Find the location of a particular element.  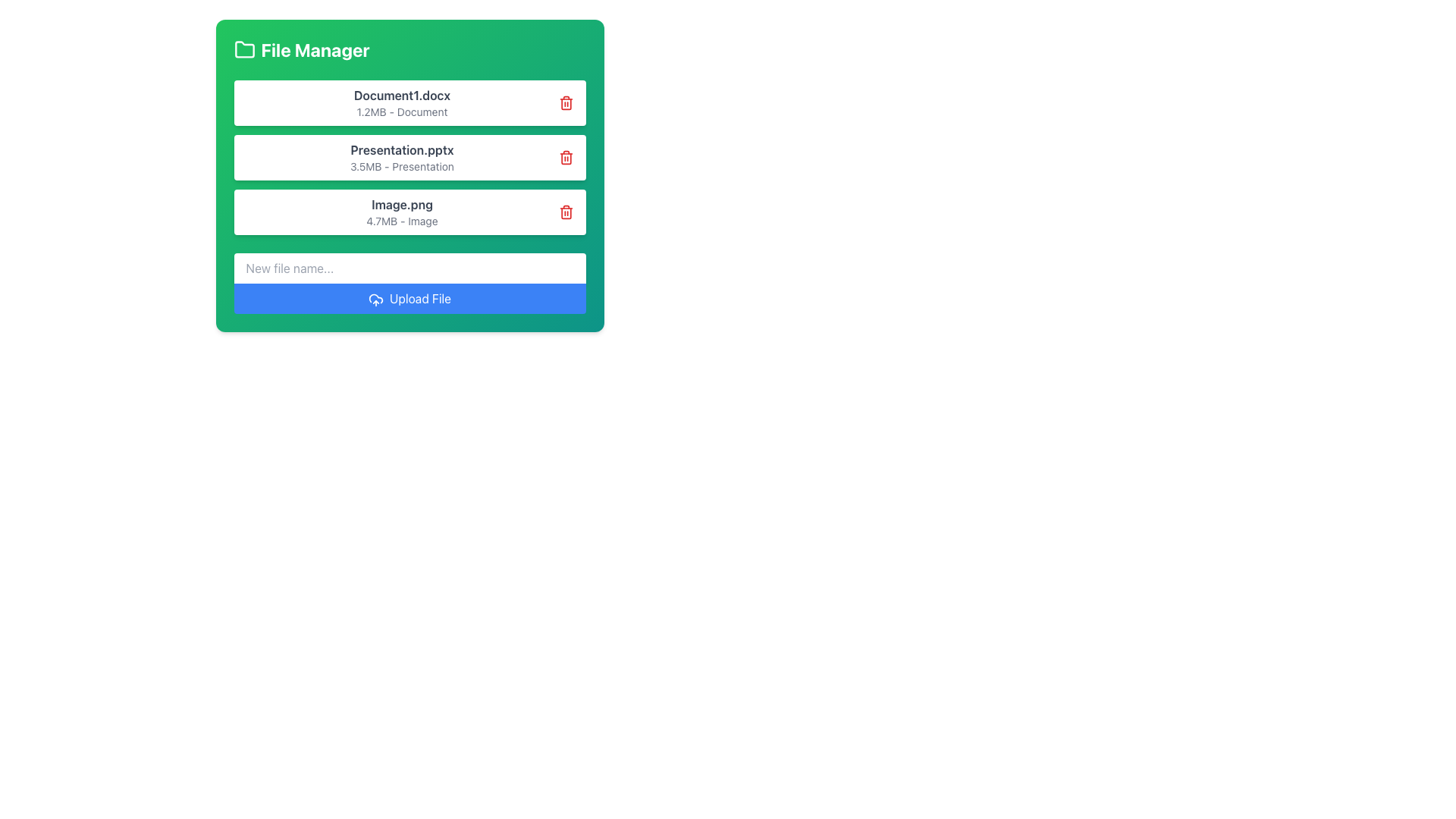

the name label for a file in the file management system located in the third position of the vertical file list, preceding the text '4.7MB - Image' is located at coordinates (402, 205).